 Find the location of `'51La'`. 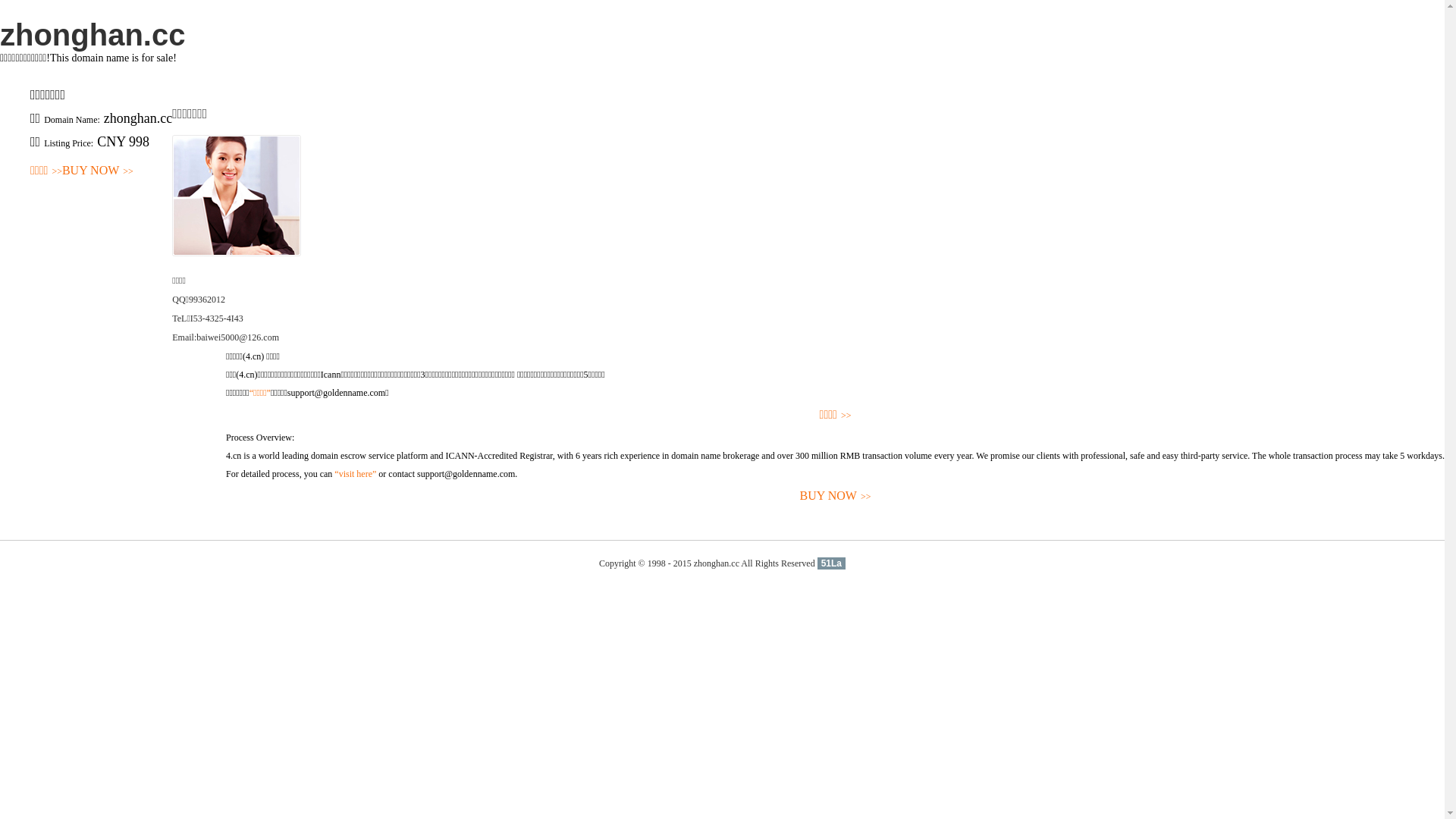

'51La' is located at coordinates (830, 563).